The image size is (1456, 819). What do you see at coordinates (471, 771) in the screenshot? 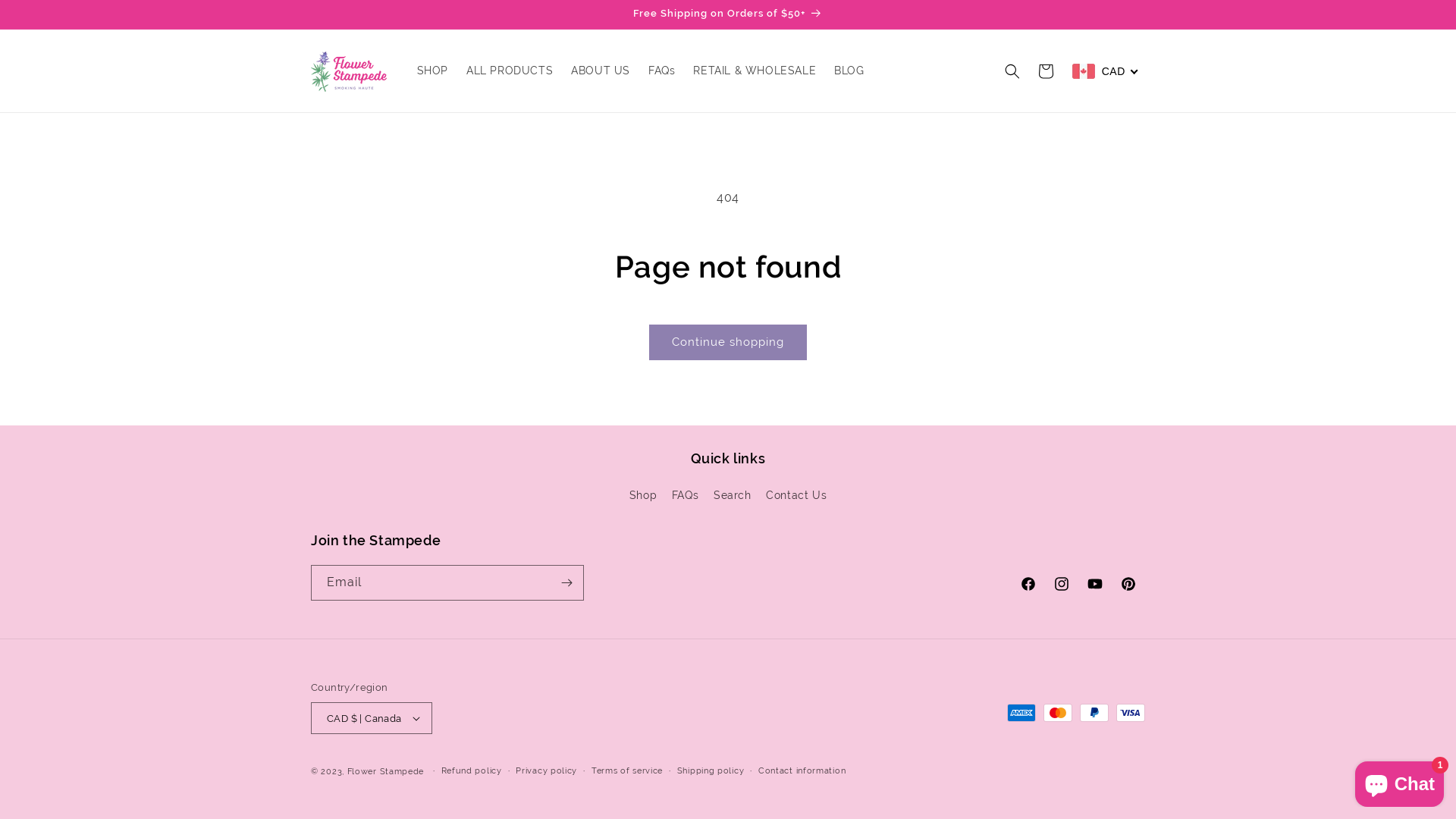
I see `'Refund policy'` at bounding box center [471, 771].